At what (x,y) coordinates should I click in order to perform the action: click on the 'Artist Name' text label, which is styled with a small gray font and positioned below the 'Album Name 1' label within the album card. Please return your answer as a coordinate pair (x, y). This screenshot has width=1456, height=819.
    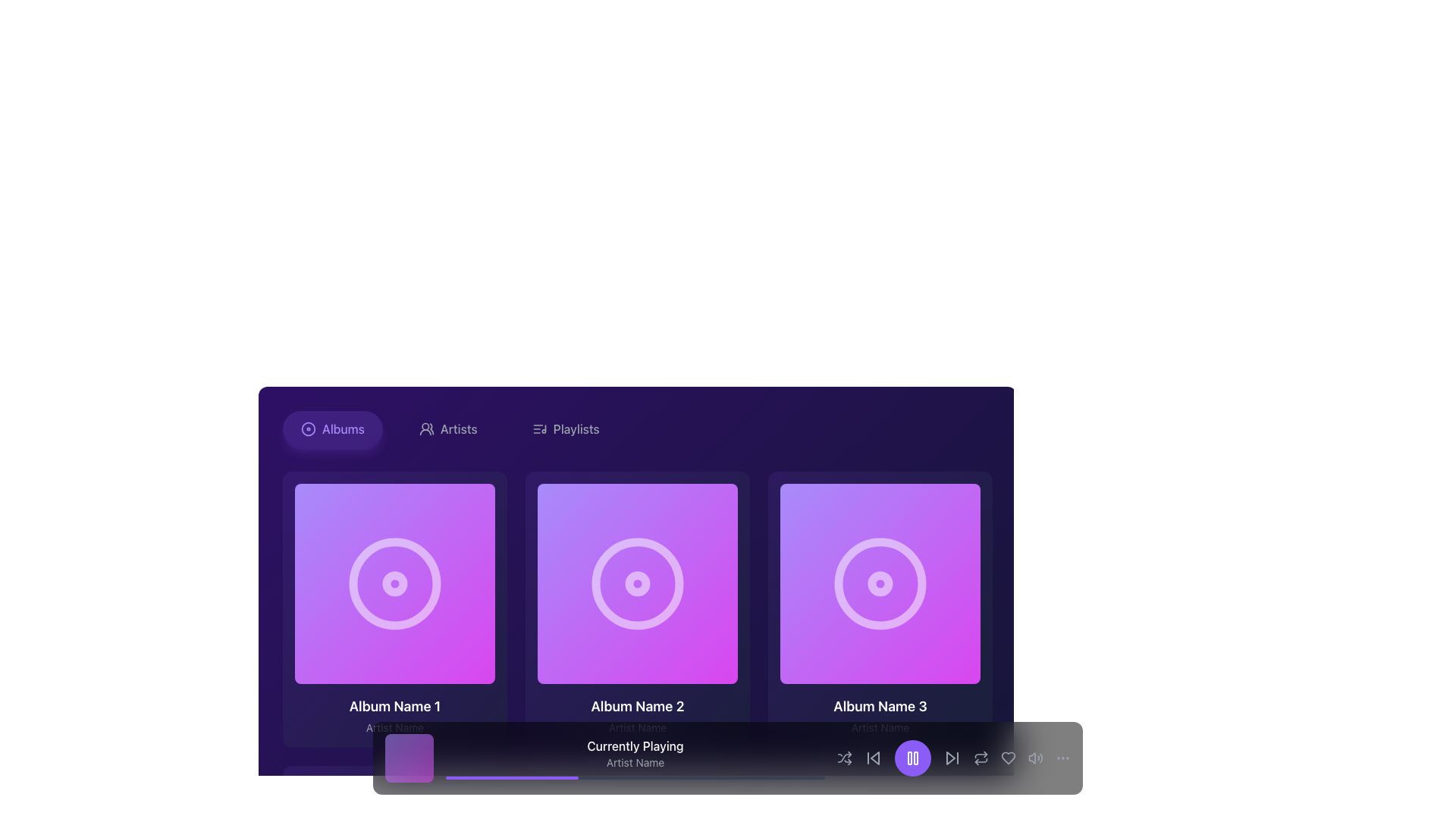
    Looking at the image, I should click on (395, 727).